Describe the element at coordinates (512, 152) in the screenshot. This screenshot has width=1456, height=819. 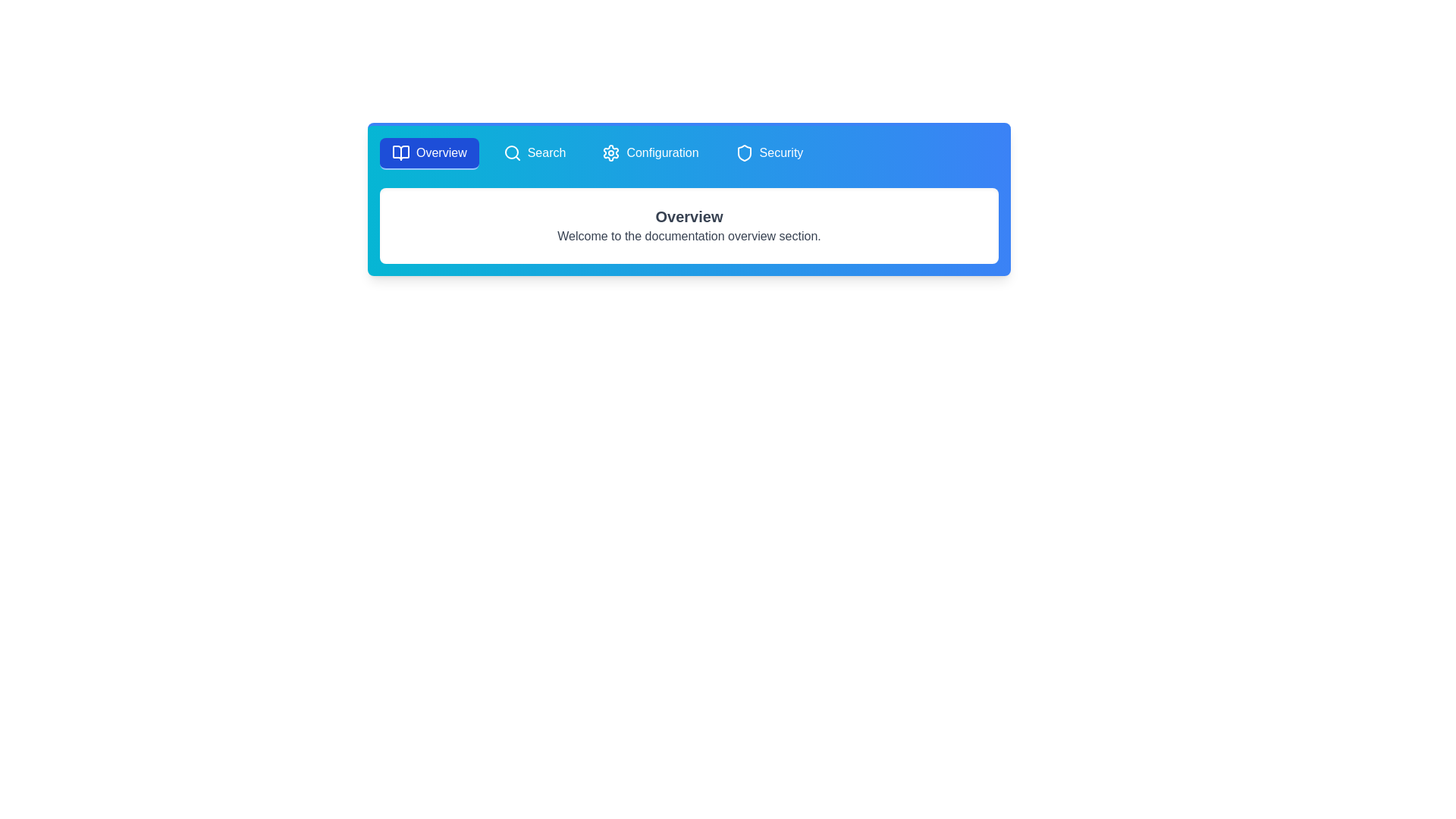
I see `the search icon located to the left of the 'Search' label text in the top navigation bar, which triggers the search feature` at that location.